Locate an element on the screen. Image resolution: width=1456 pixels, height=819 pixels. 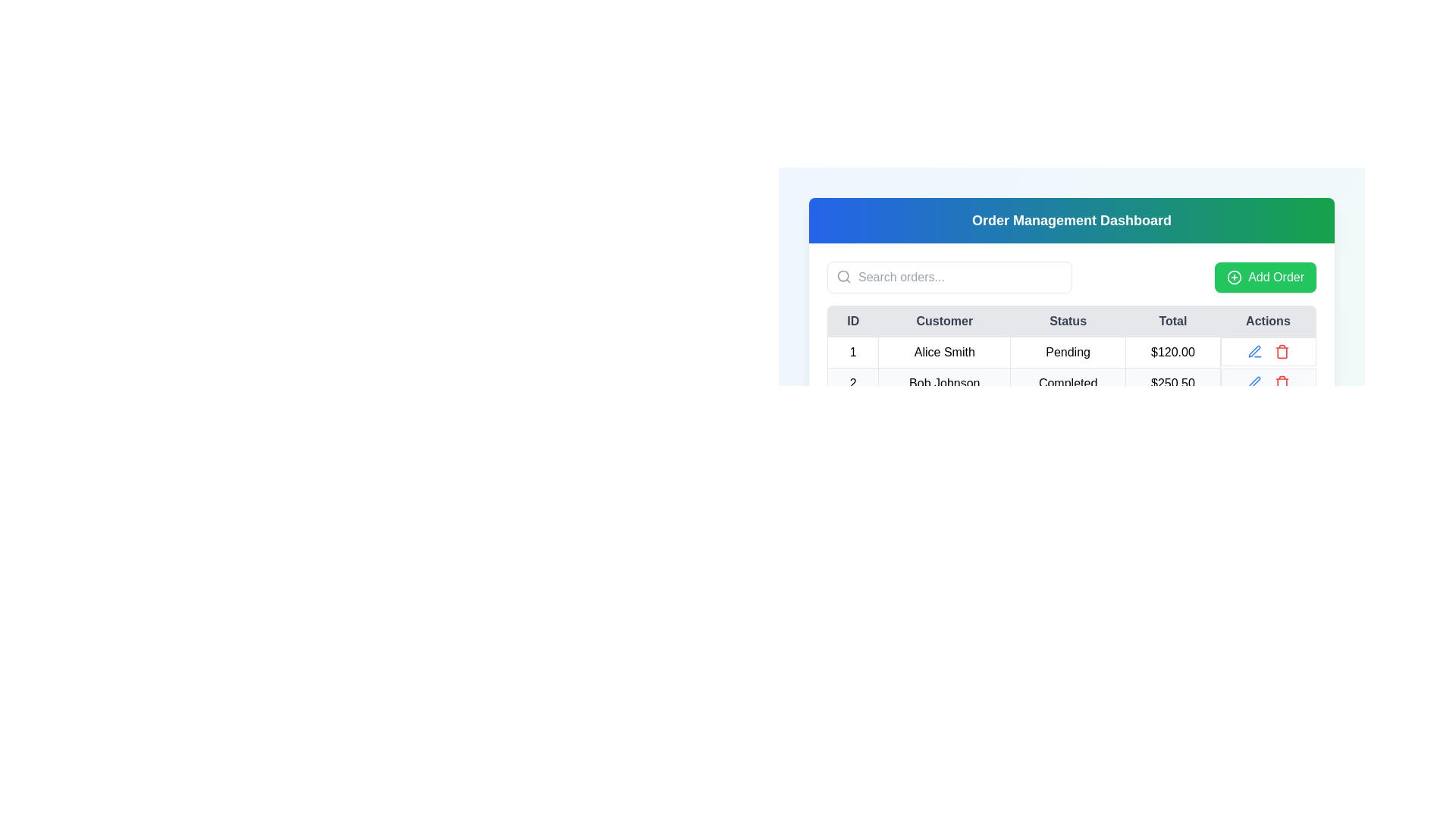
the 'Add Order' button which contains a circular icon with a plus sign inside, located at the top-right corner of the interface is located at coordinates (1235, 278).